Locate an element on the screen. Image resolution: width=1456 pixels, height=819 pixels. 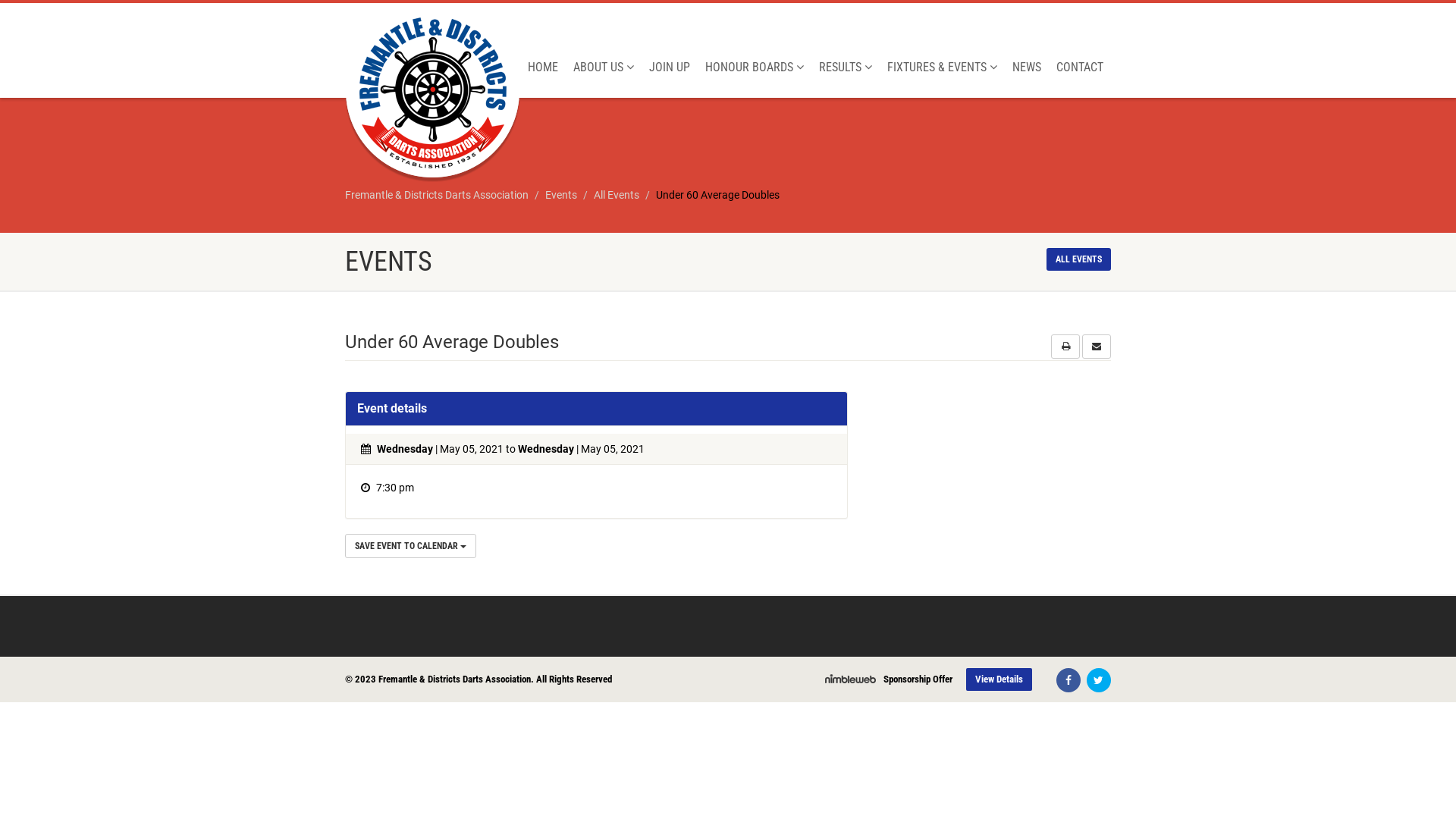
'HOME' is located at coordinates (528, 66).